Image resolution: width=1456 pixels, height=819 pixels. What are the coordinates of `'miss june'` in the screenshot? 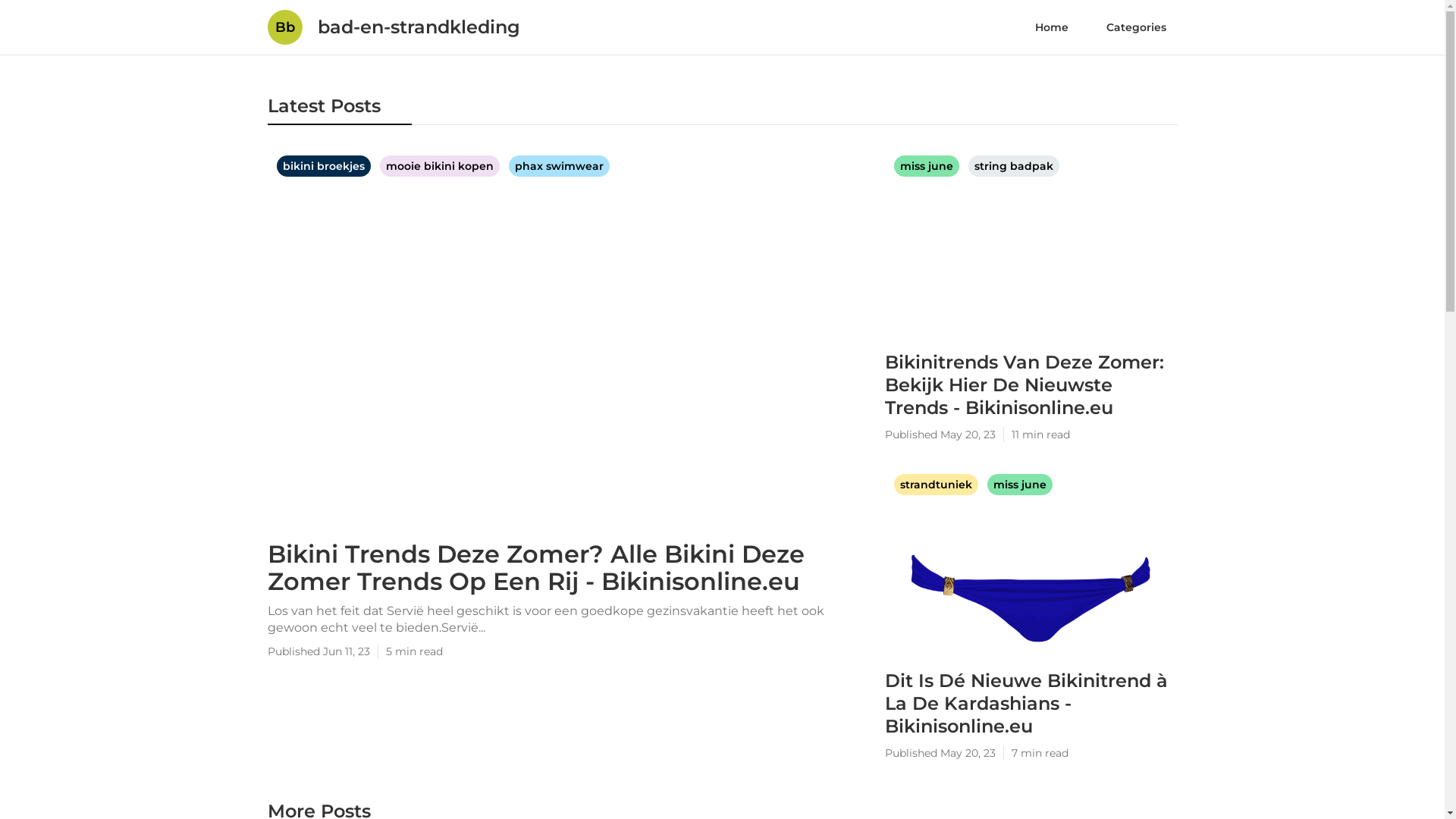 It's located at (1019, 485).